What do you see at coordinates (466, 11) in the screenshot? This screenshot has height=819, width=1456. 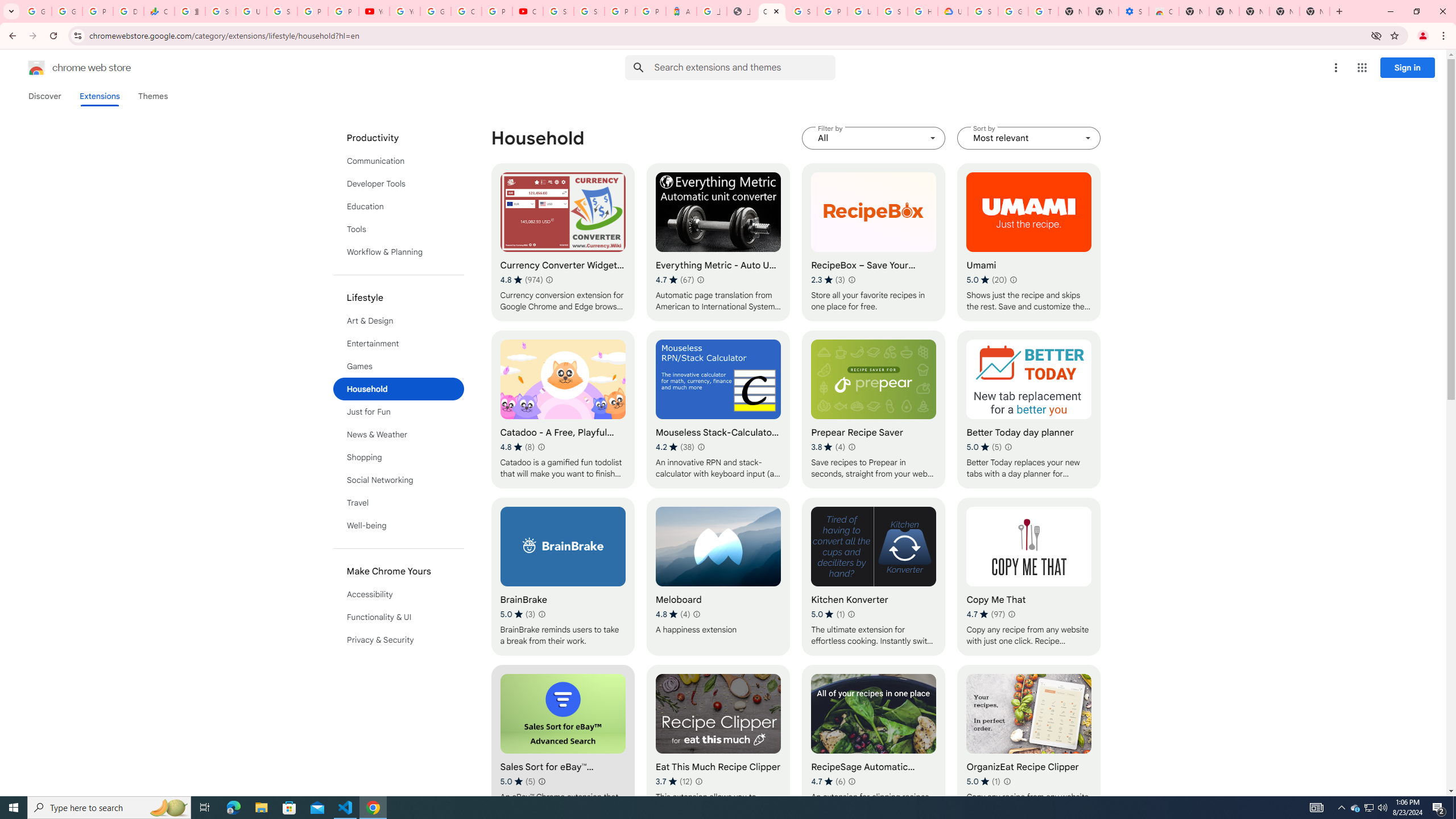 I see `'Create your Google Account'` at bounding box center [466, 11].